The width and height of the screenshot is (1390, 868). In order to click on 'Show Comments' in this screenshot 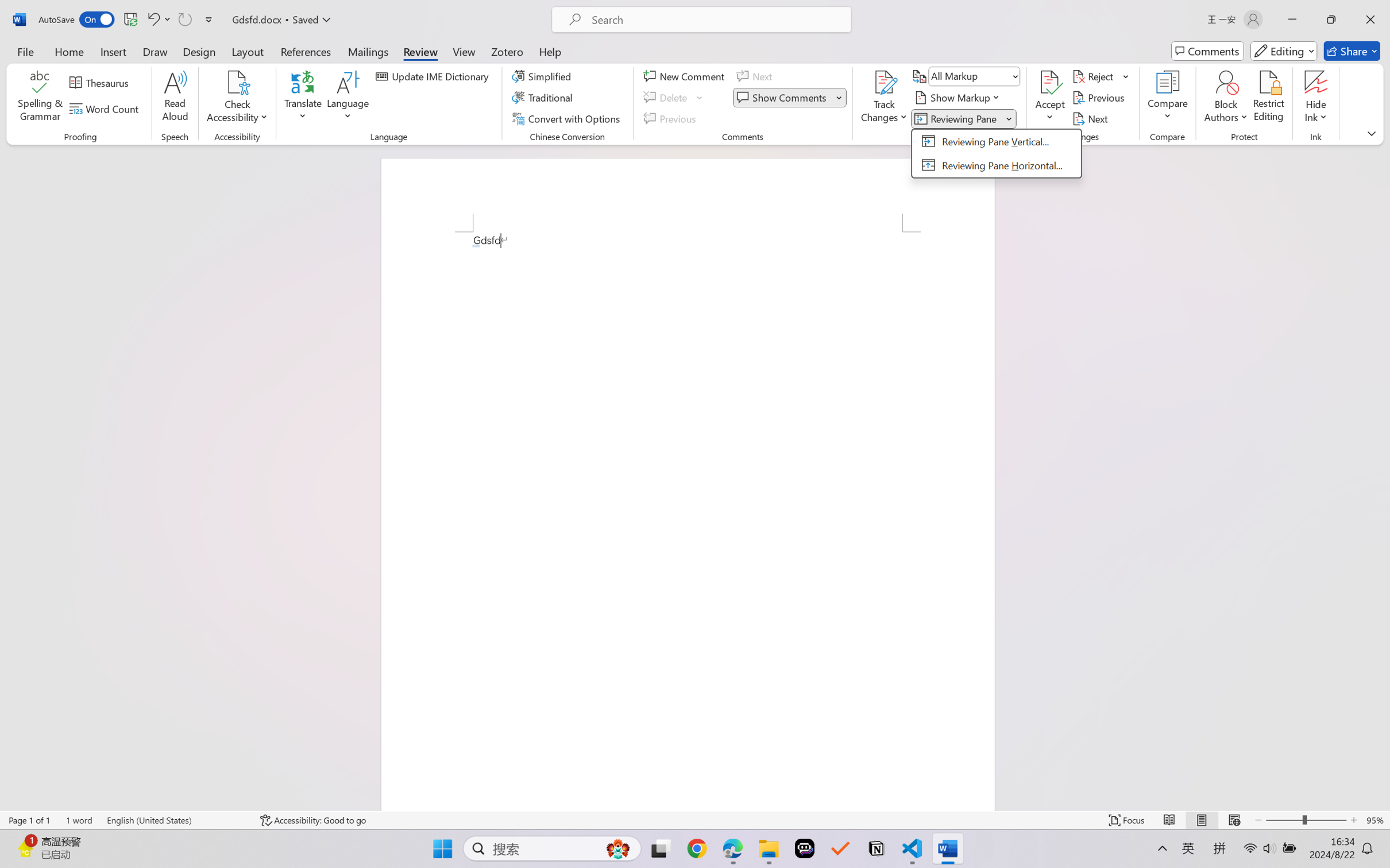, I will do `click(789, 98)`.